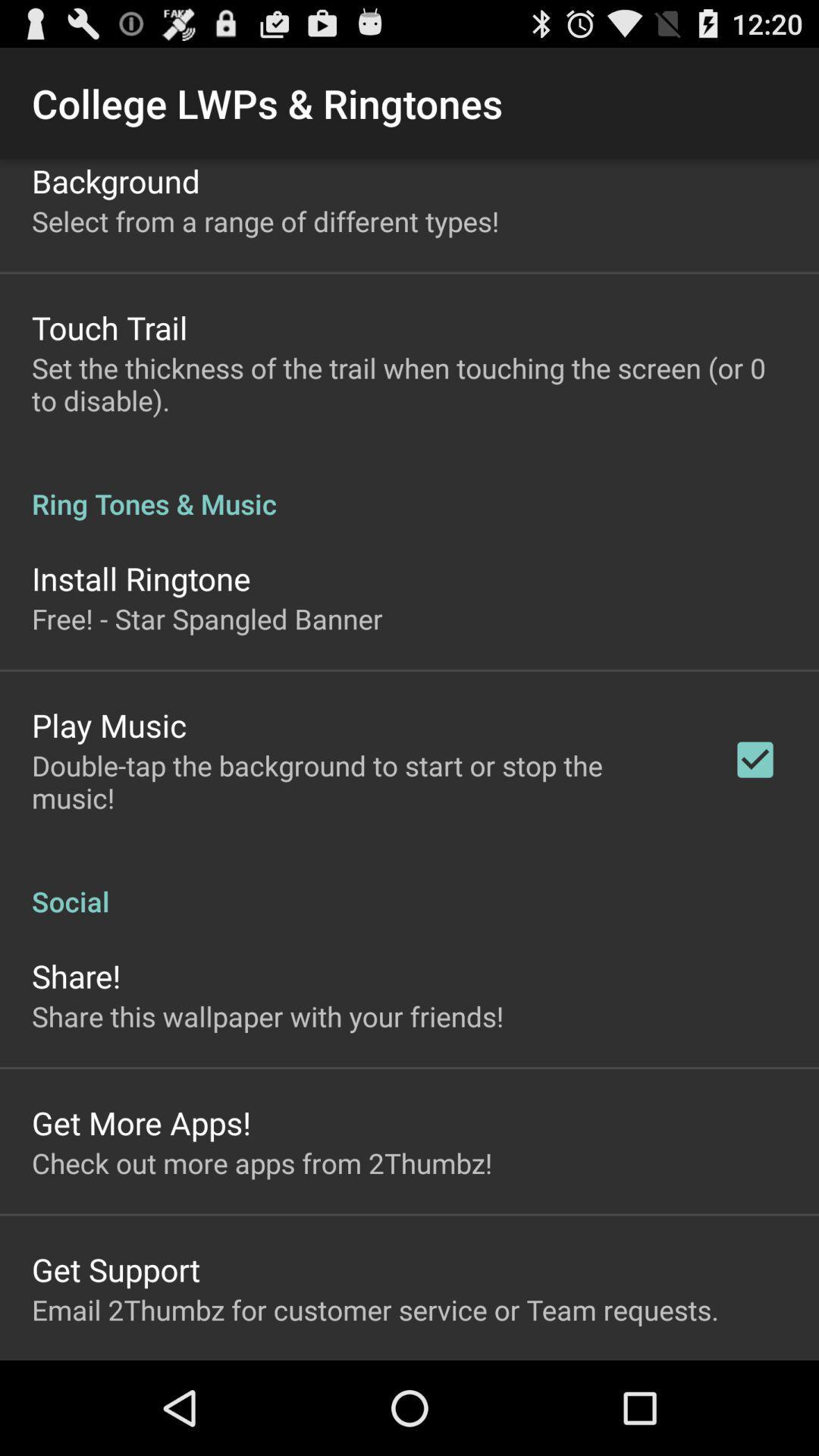 This screenshot has height=1456, width=819. Describe the element at coordinates (265, 220) in the screenshot. I see `the select from a item` at that location.